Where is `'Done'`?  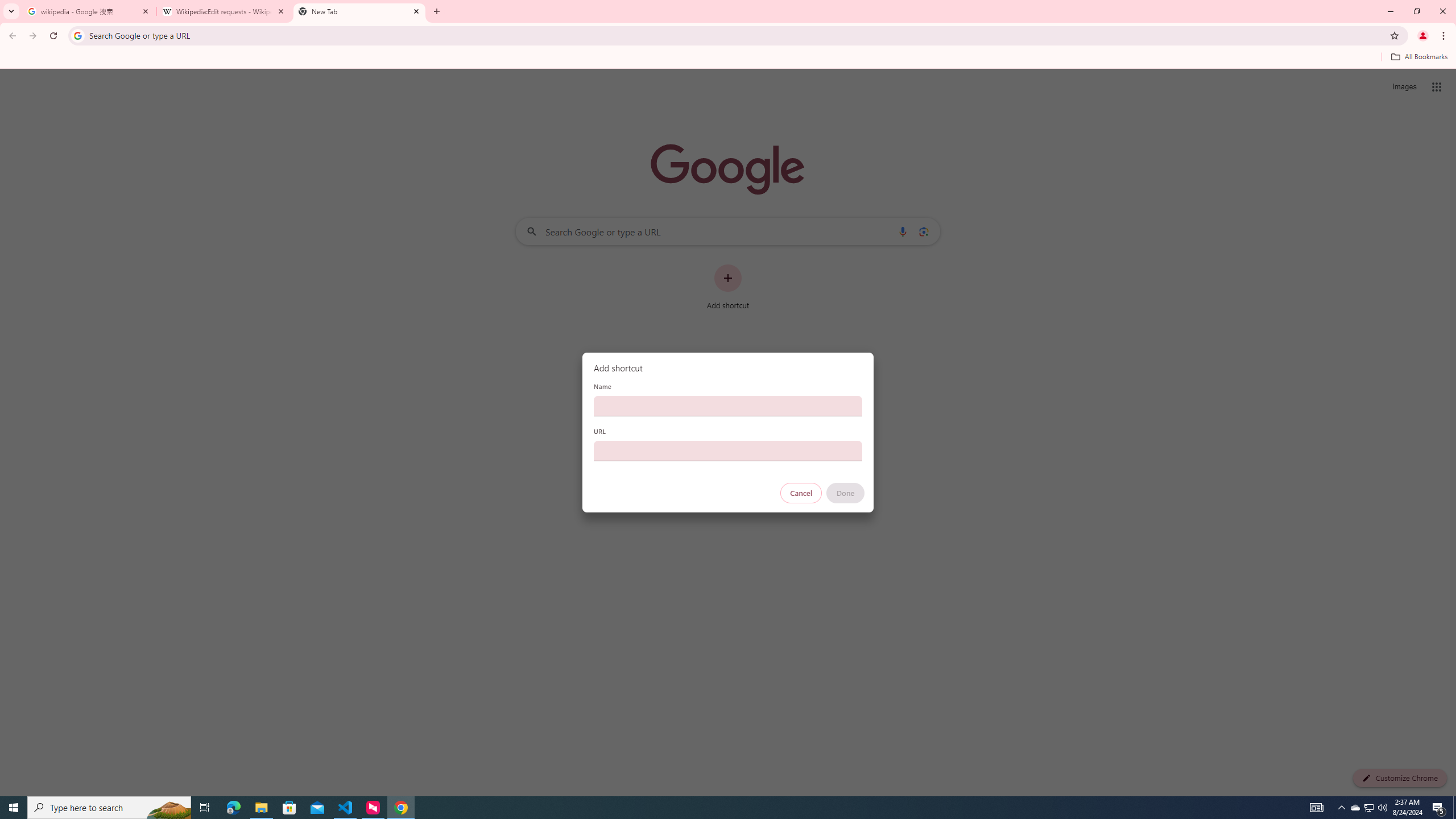
'Done' is located at coordinates (846, 493).